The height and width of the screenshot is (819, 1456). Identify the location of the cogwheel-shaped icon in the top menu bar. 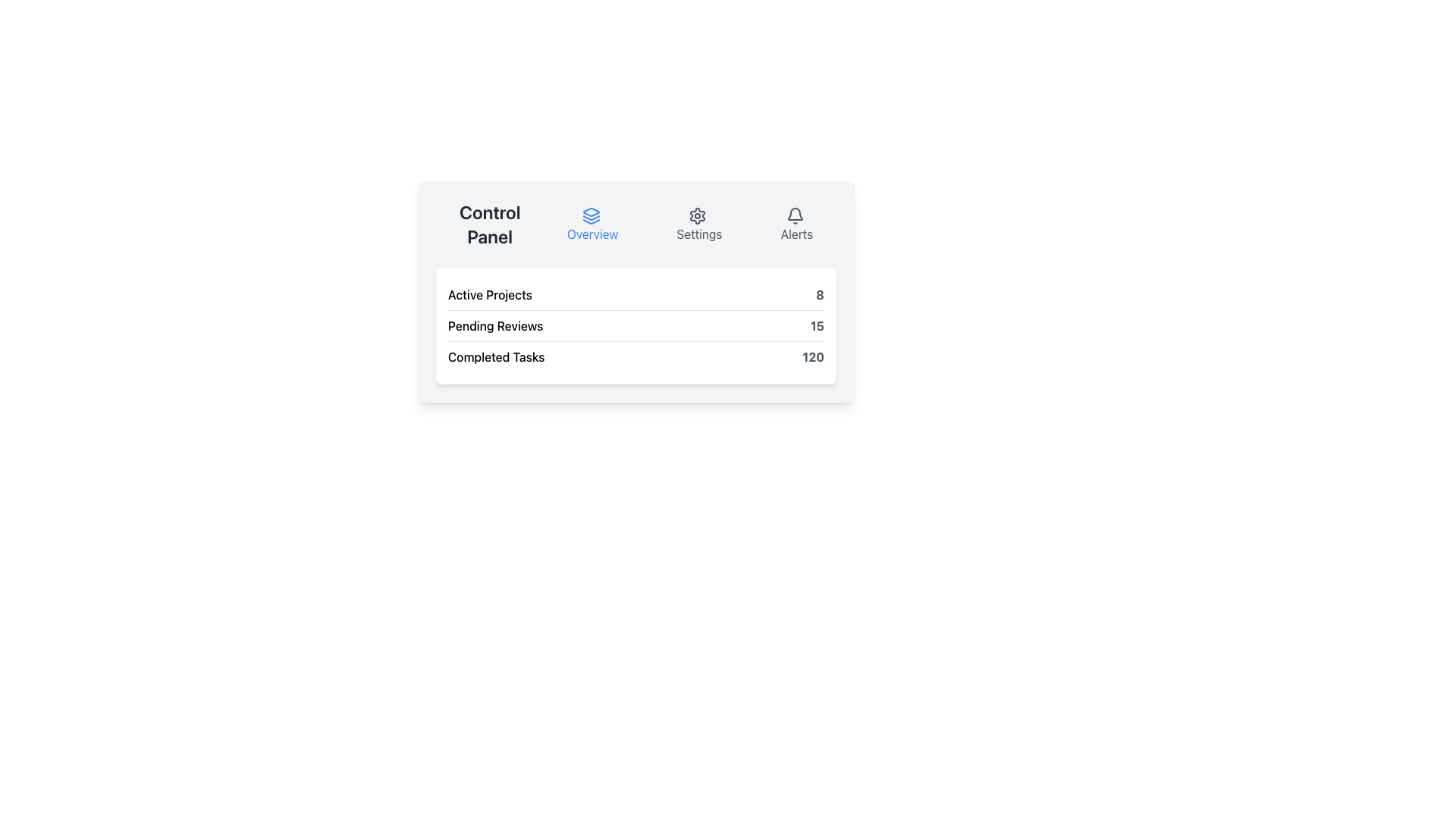
(697, 215).